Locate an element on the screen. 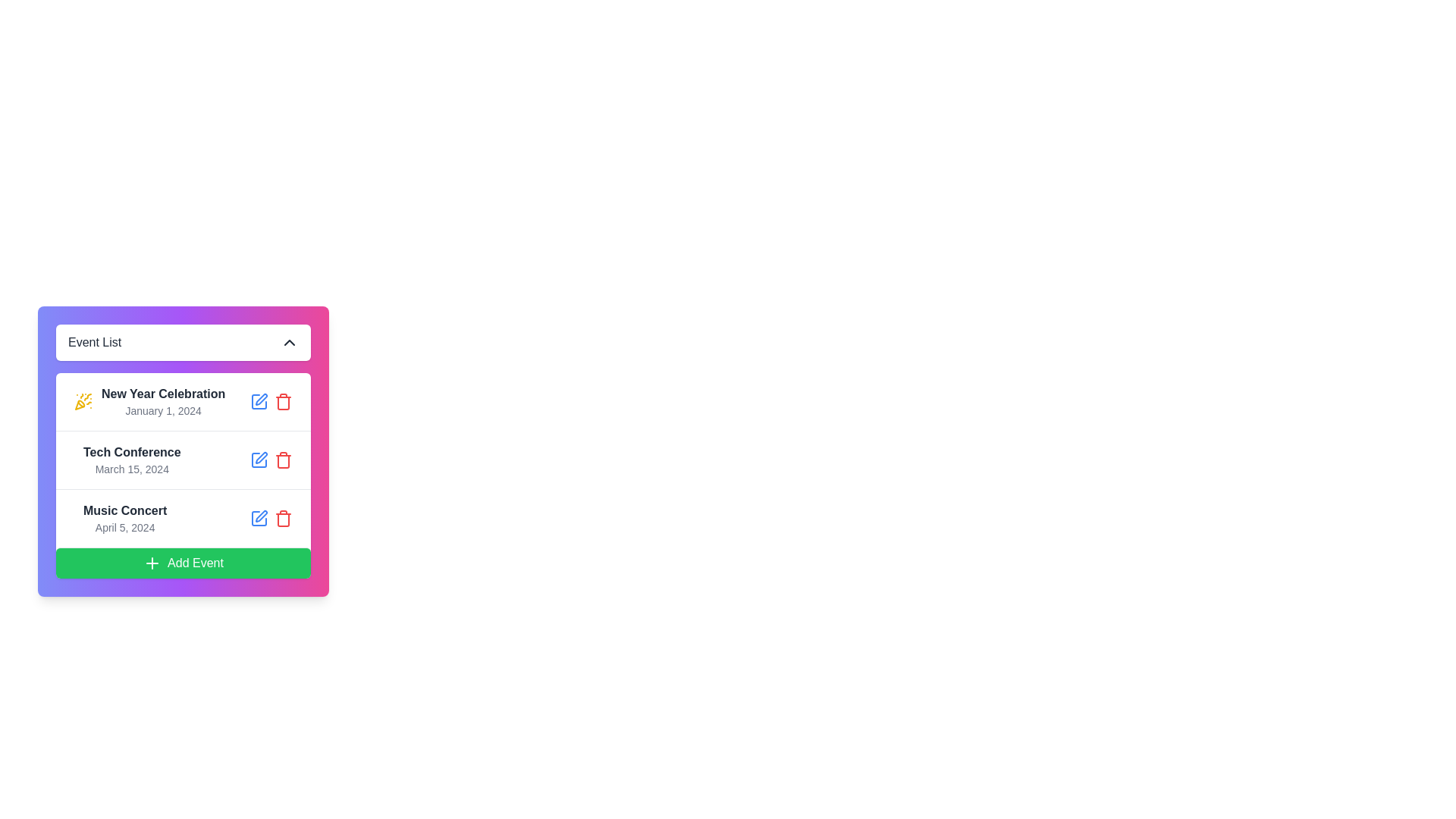  on the 'New Year Celebration' Text and Icon Display Block, which features bold text and a party popper icon is located at coordinates (149, 400).